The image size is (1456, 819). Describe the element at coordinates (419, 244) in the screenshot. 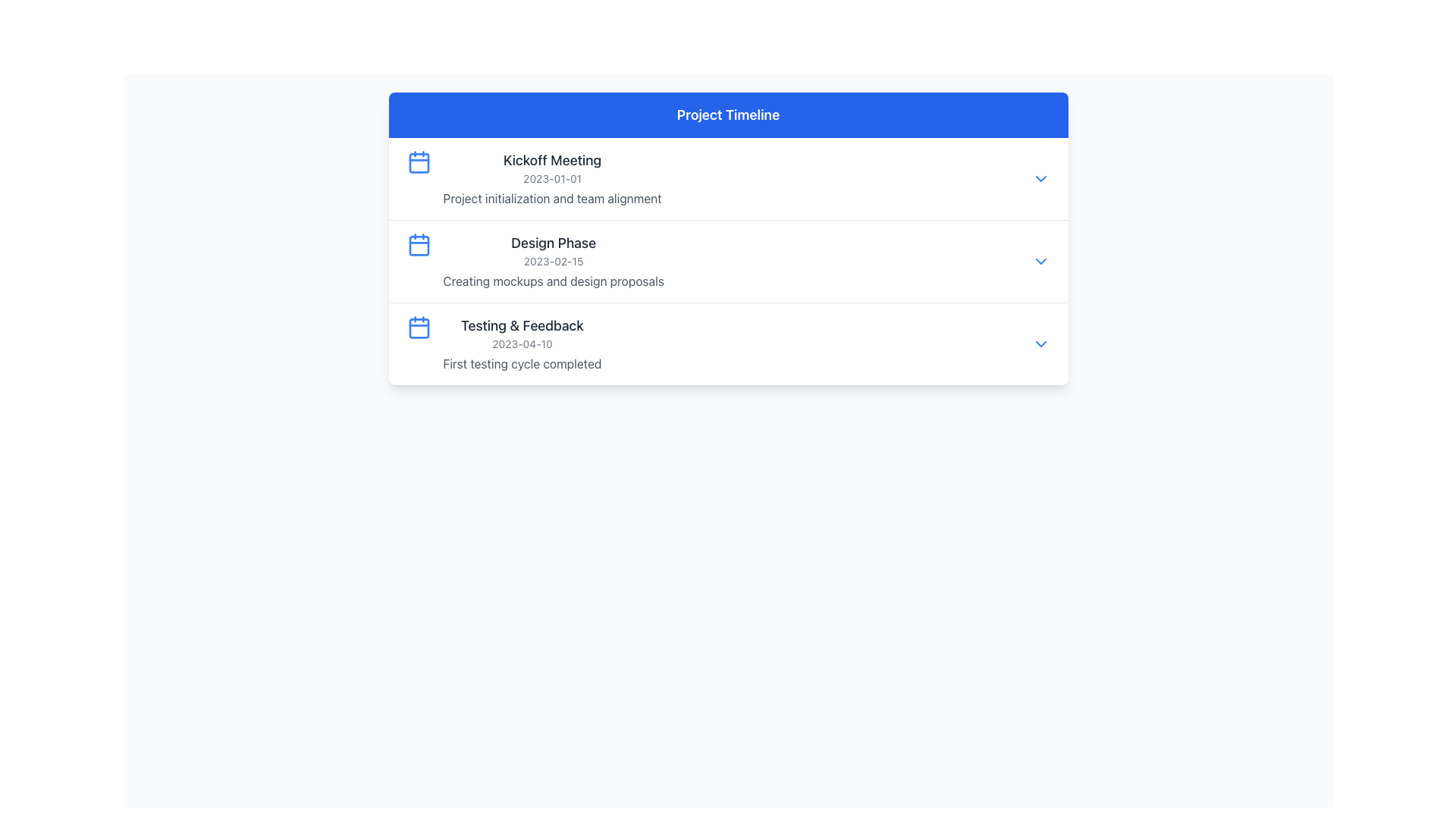

I see `the calendar icon representing the 'Design Phase' entry in the project timeline, which is the second calendar symbol in a vertical sequence and aligned with the timeline text` at that location.